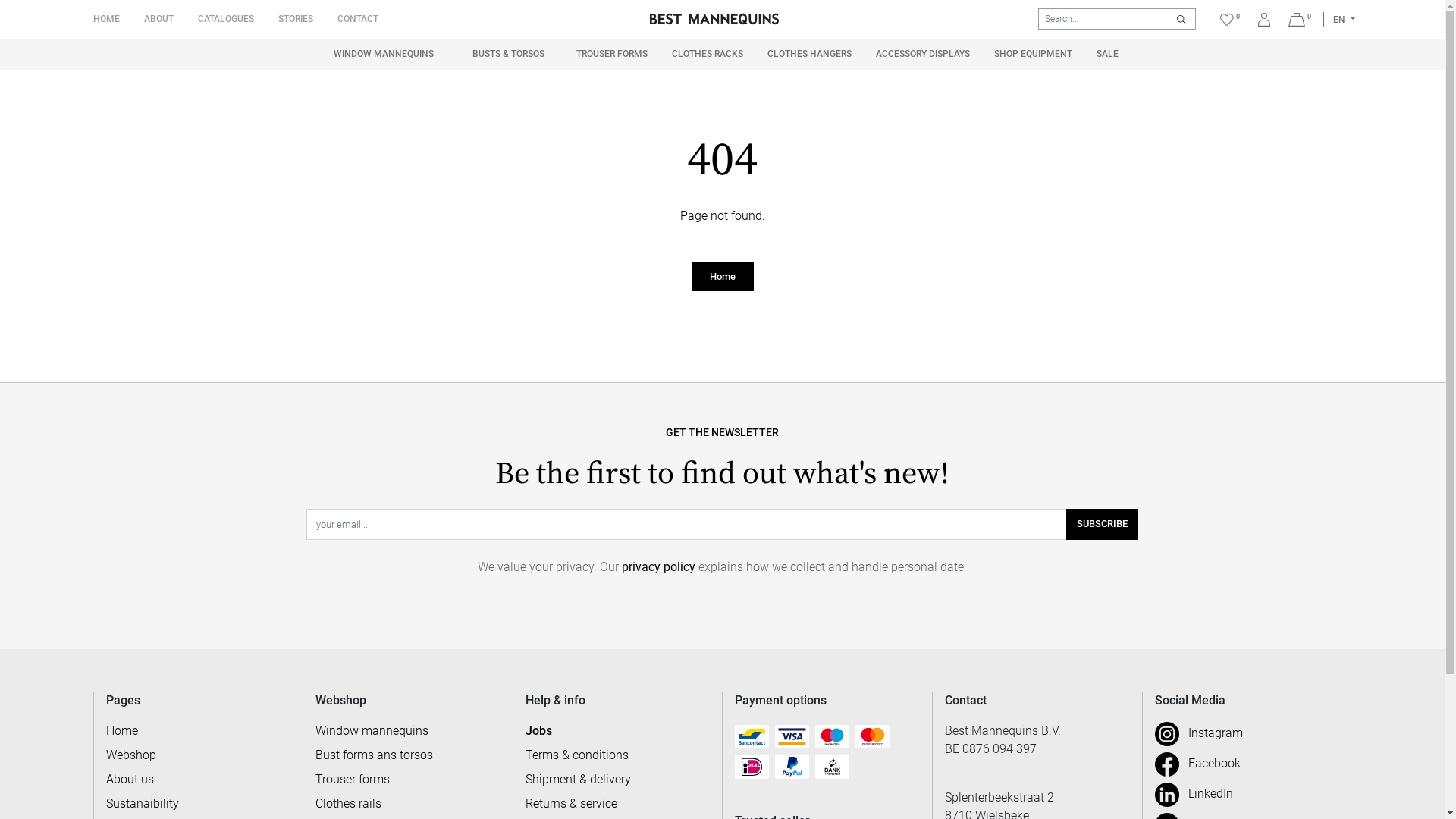  I want to click on '0', so click(1298, 19).